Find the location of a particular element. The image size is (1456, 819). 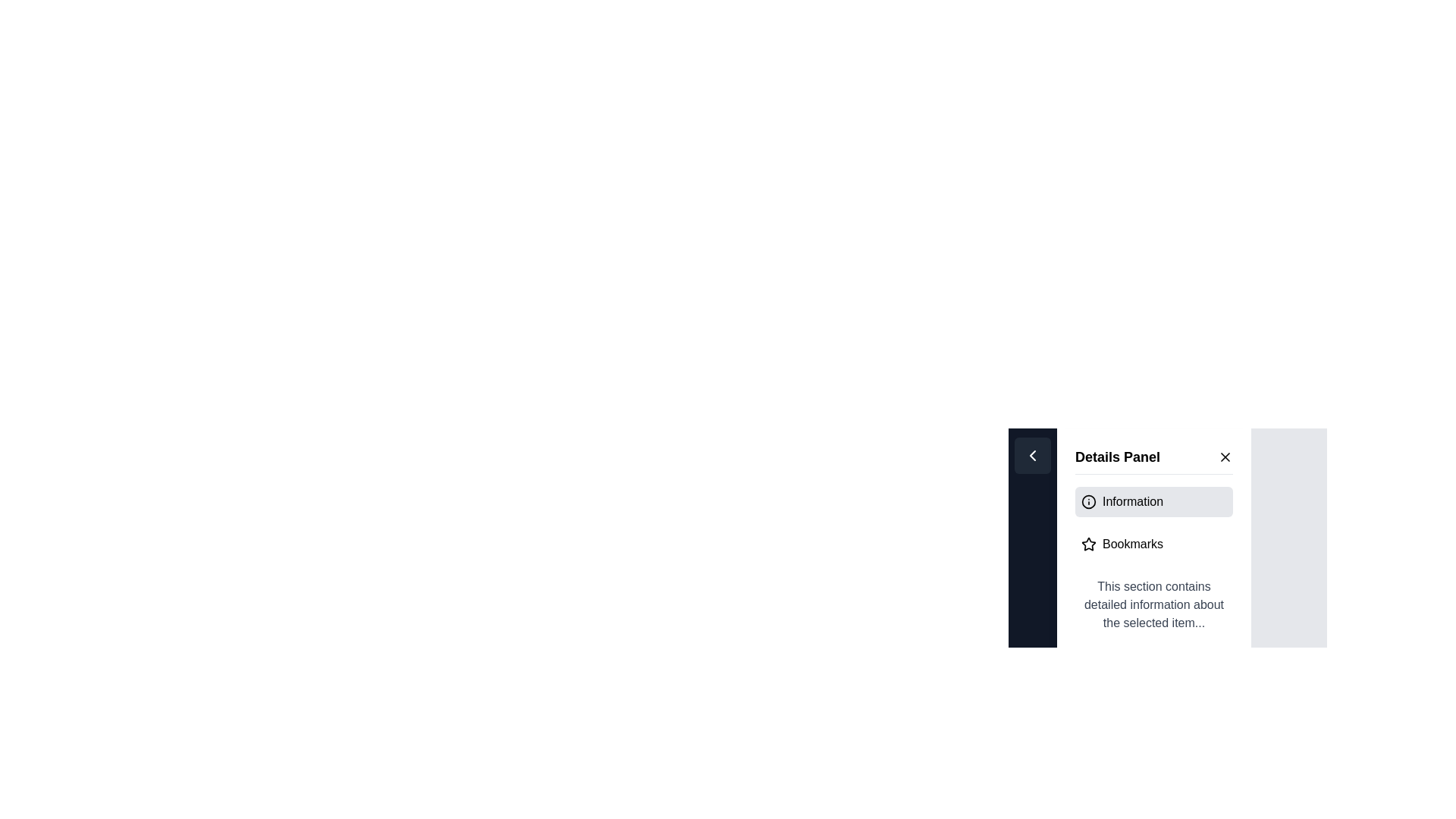

the circular information icon located at the beginning of the 'Information' section, which features an 'i' symbol inside a minimalistic design is located at coordinates (1087, 502).